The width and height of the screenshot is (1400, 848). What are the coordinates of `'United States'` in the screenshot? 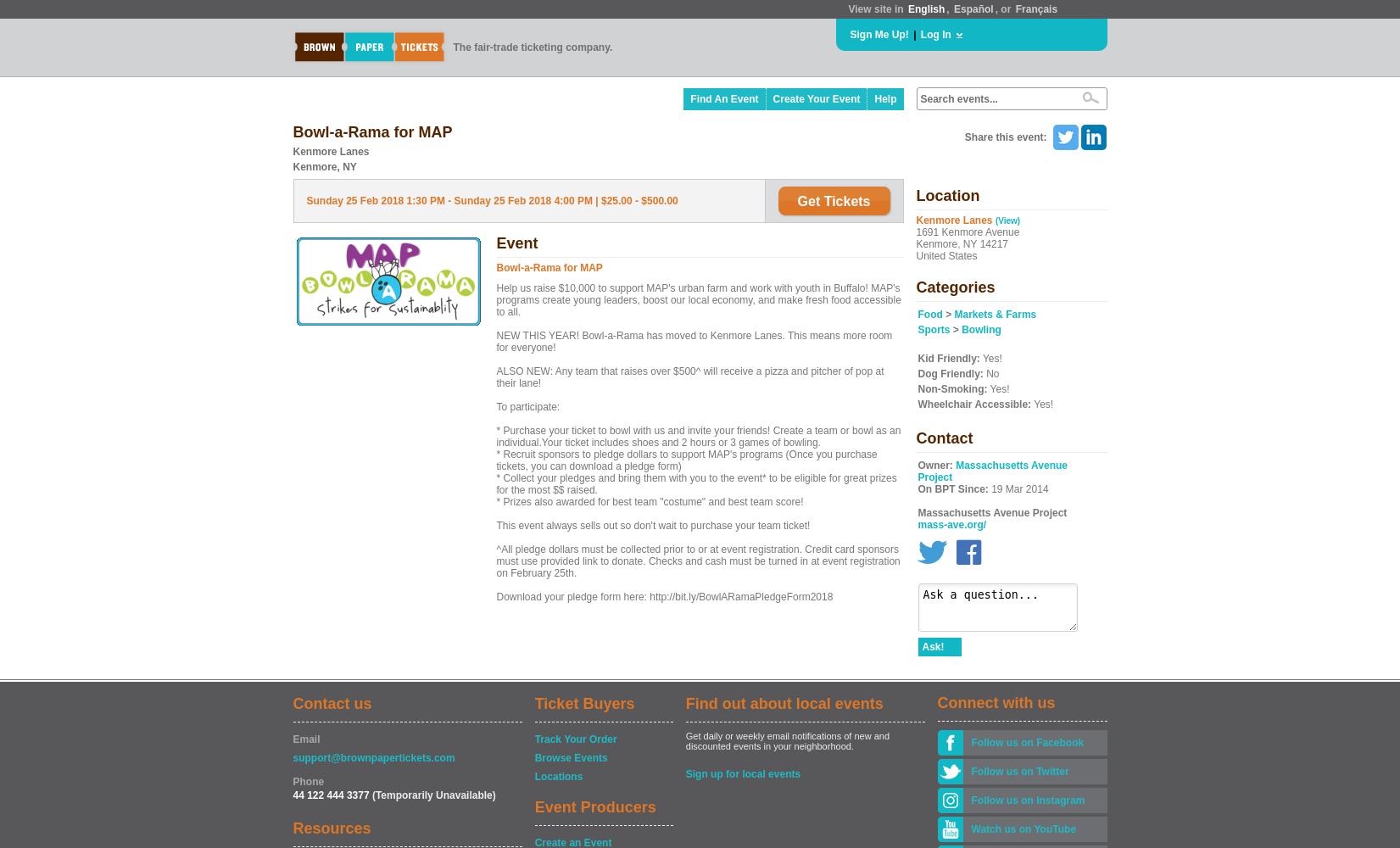 It's located at (914, 256).